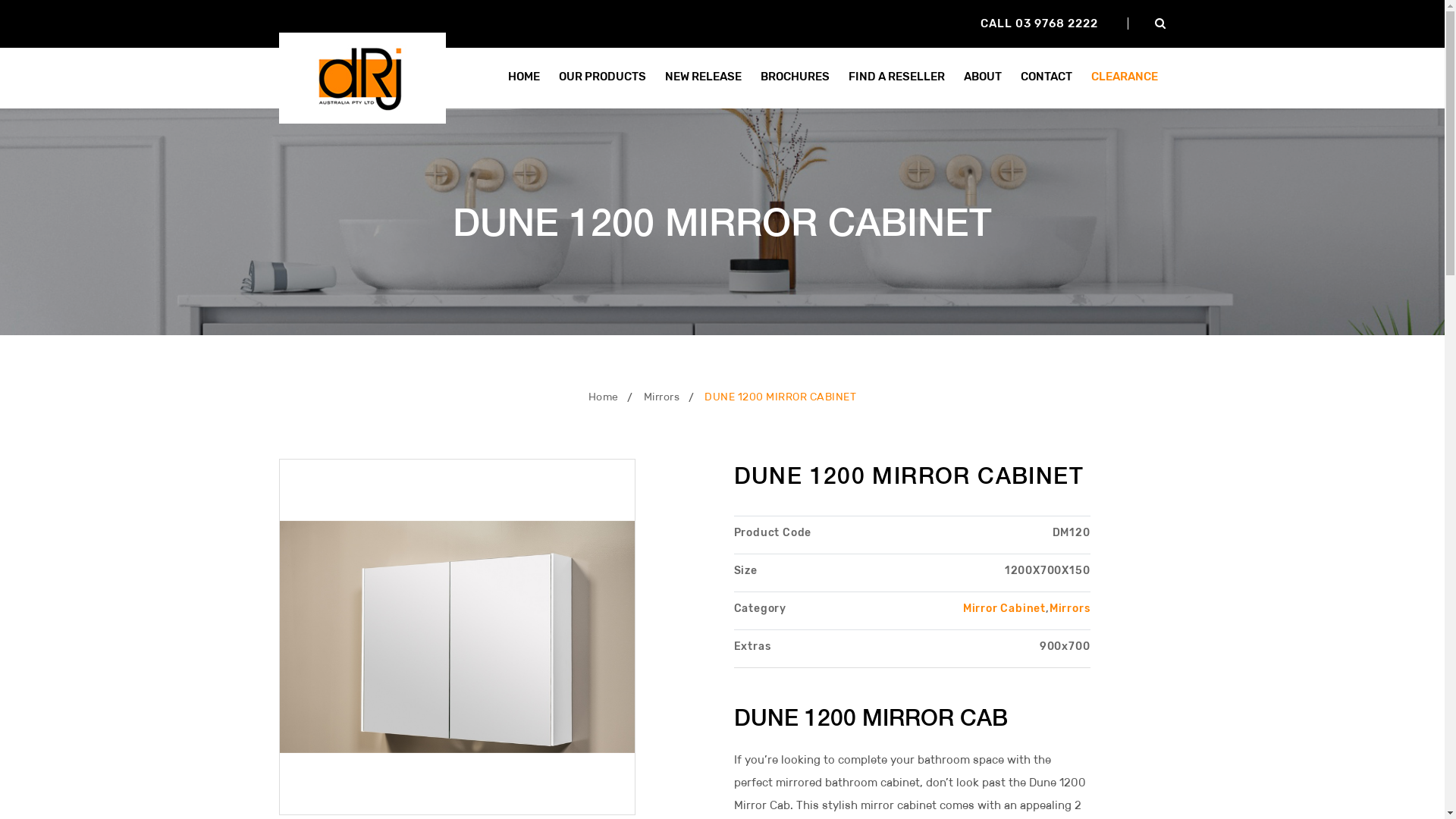 The width and height of the screenshot is (1456, 819). Describe the element at coordinates (601, 77) in the screenshot. I see `'OUR PRODUCTS'` at that location.